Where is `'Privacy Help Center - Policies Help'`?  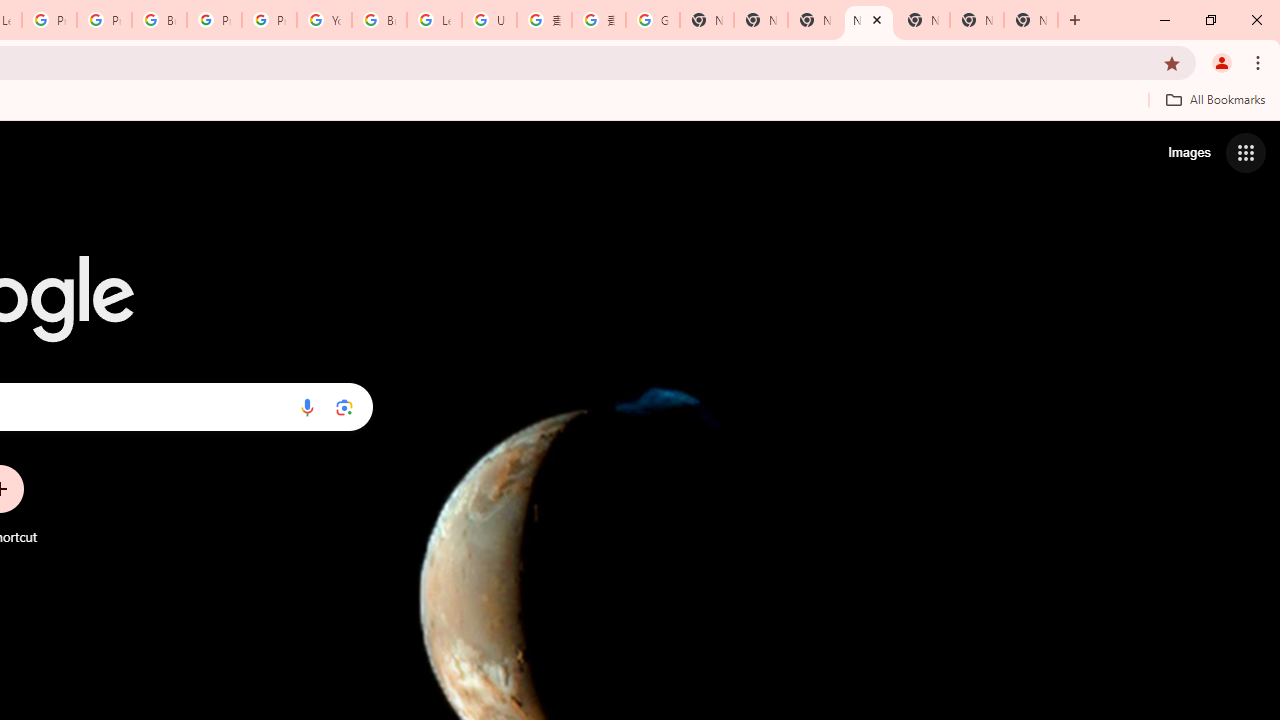
'Privacy Help Center - Policies Help' is located at coordinates (49, 20).